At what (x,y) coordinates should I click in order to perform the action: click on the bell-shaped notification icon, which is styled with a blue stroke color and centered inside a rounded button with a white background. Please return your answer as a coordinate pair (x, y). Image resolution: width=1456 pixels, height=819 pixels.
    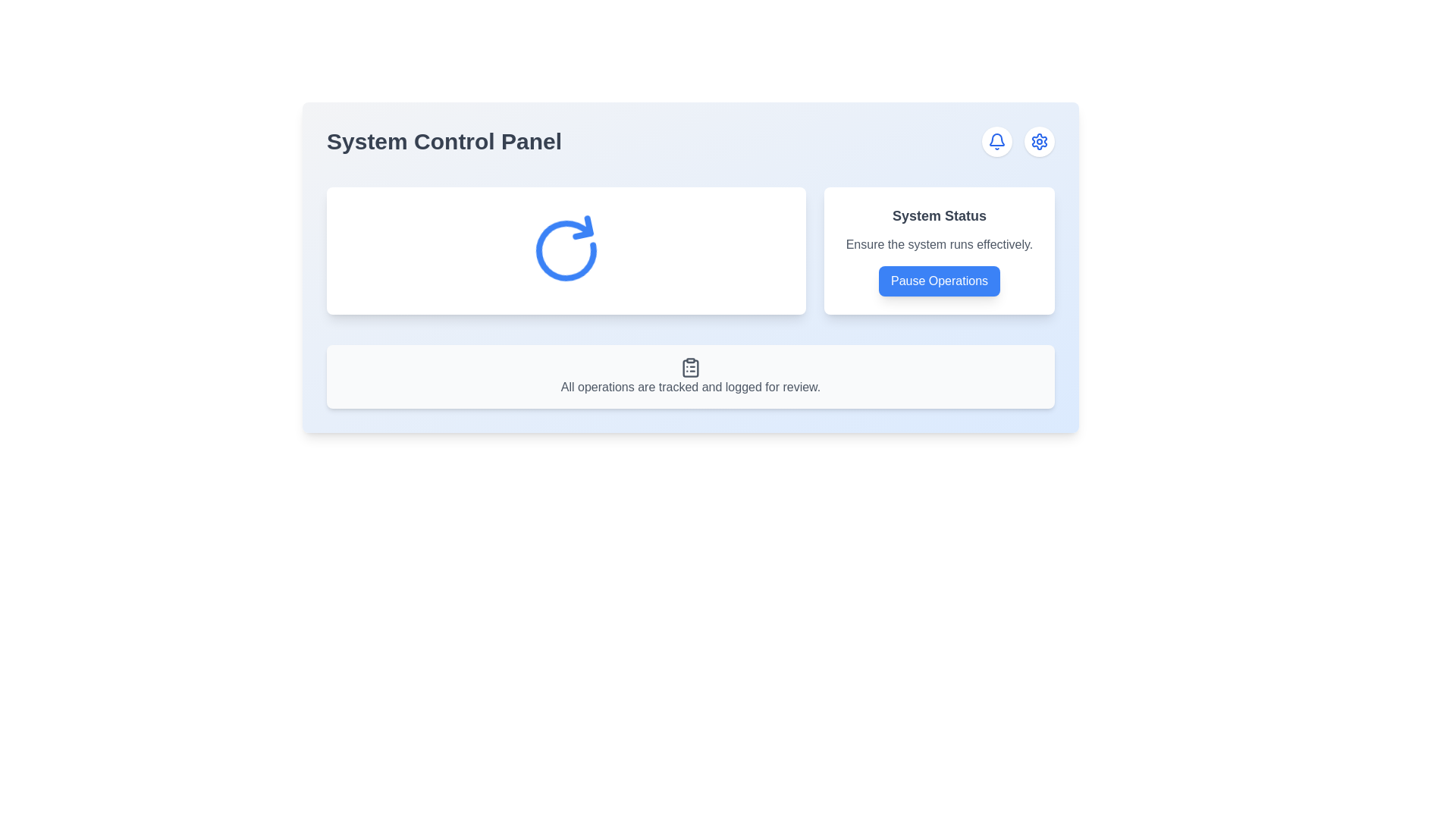
    Looking at the image, I should click on (997, 141).